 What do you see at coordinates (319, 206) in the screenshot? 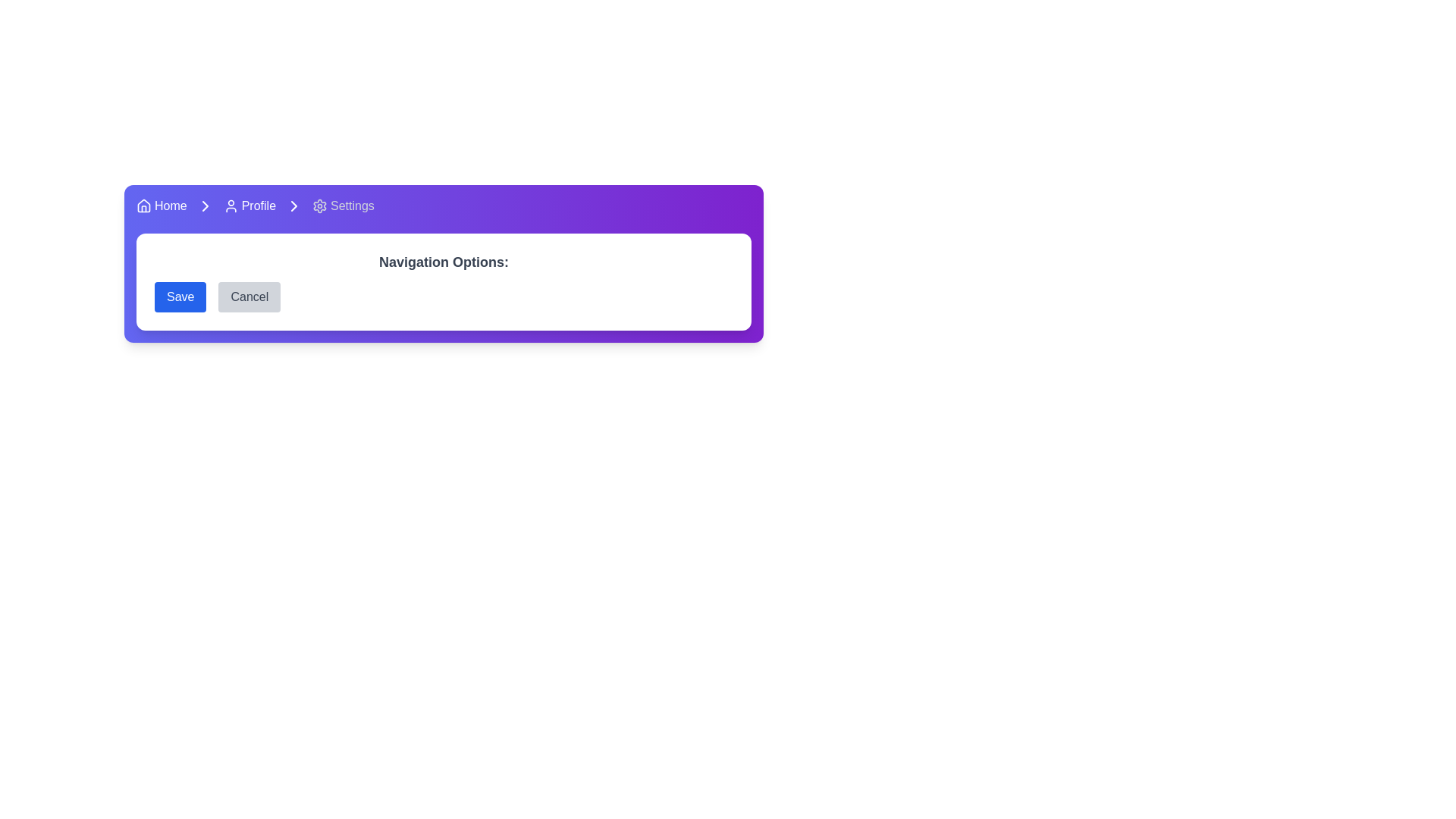
I see `the gear-shaped icon located to the left of the 'Settings' text label in the horizontal navigation bar` at bounding box center [319, 206].